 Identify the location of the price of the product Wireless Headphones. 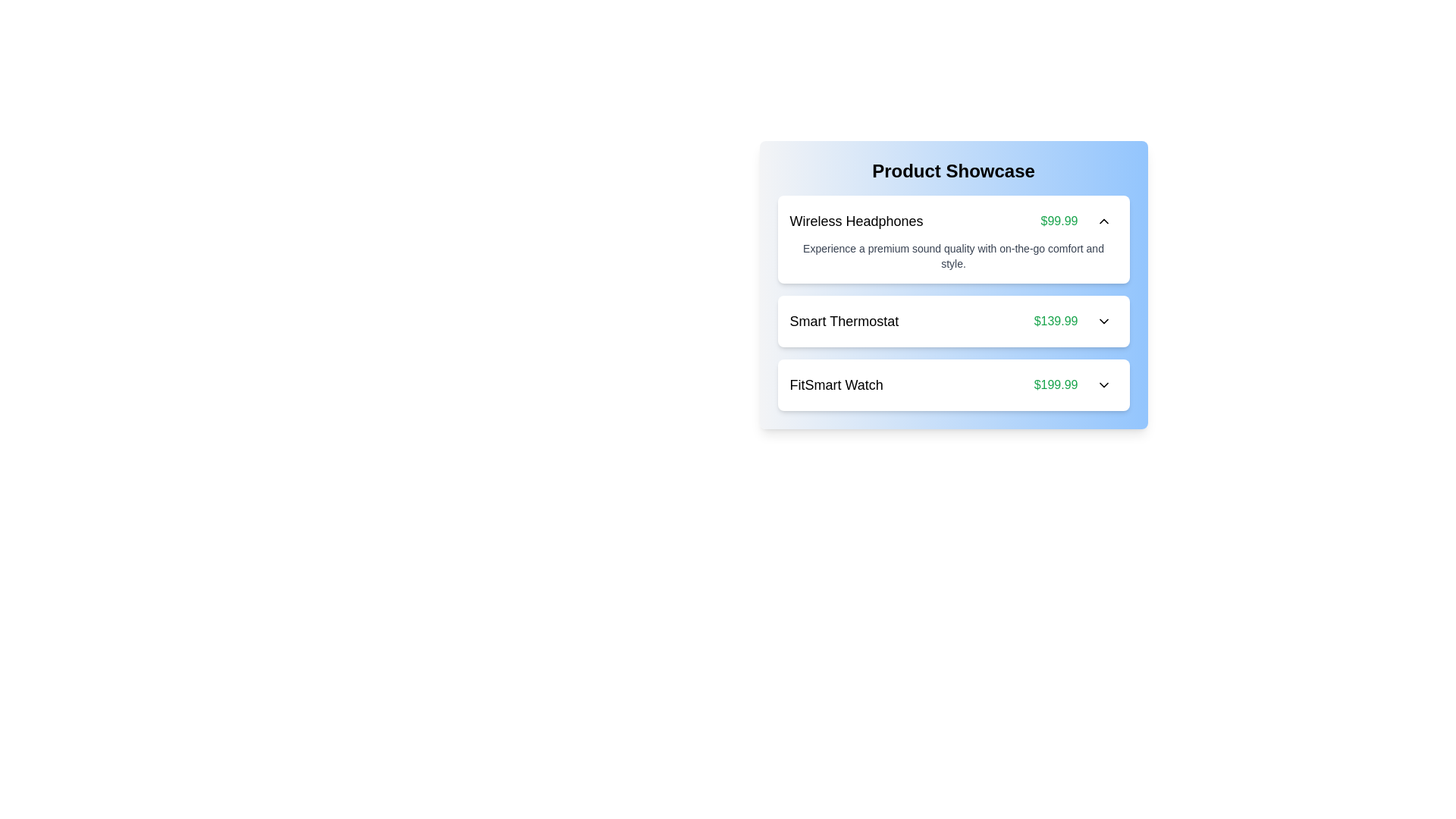
(1058, 221).